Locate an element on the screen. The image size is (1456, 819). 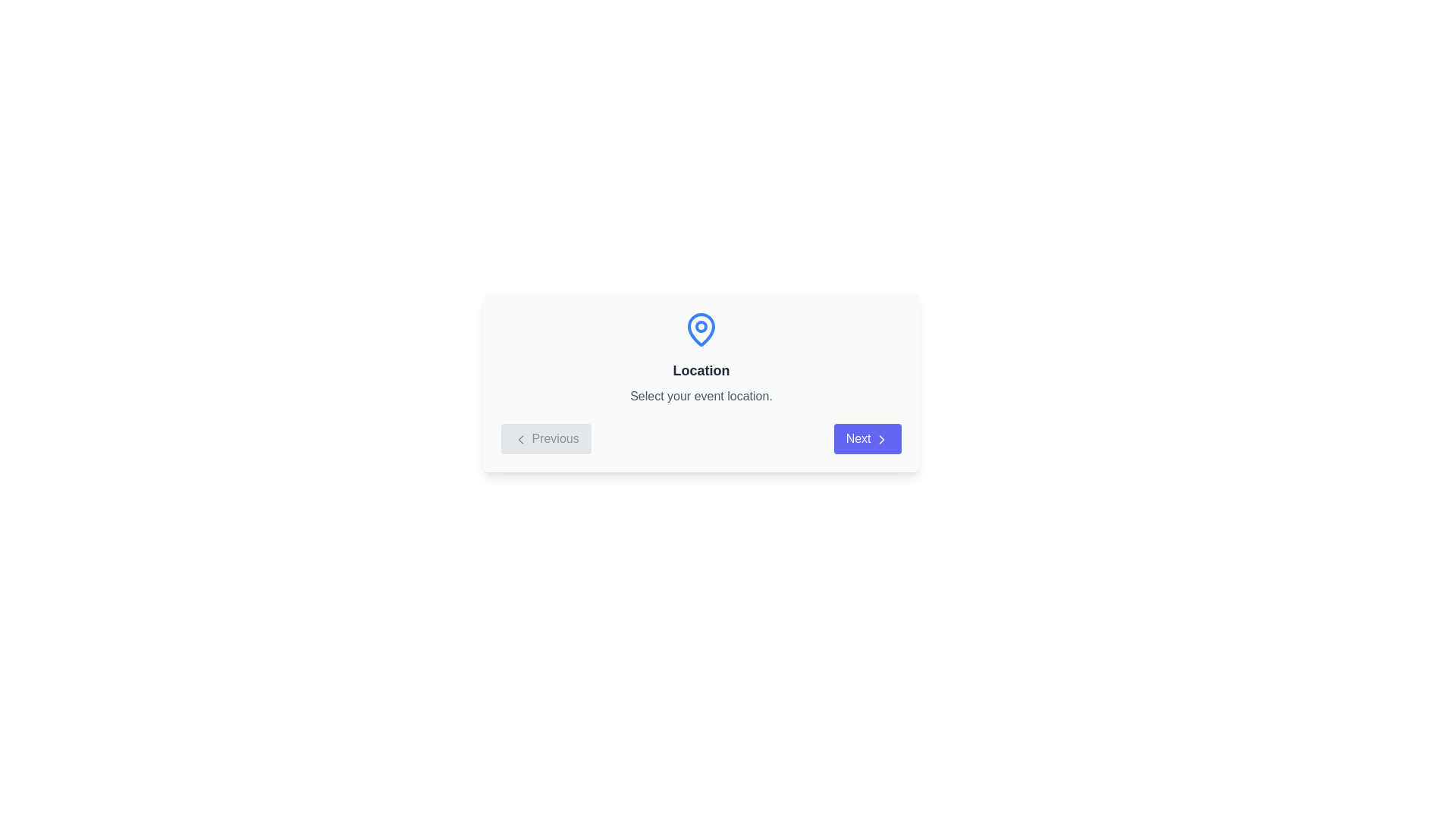
the 'Next' button to navigate to the next tab is located at coordinates (867, 438).